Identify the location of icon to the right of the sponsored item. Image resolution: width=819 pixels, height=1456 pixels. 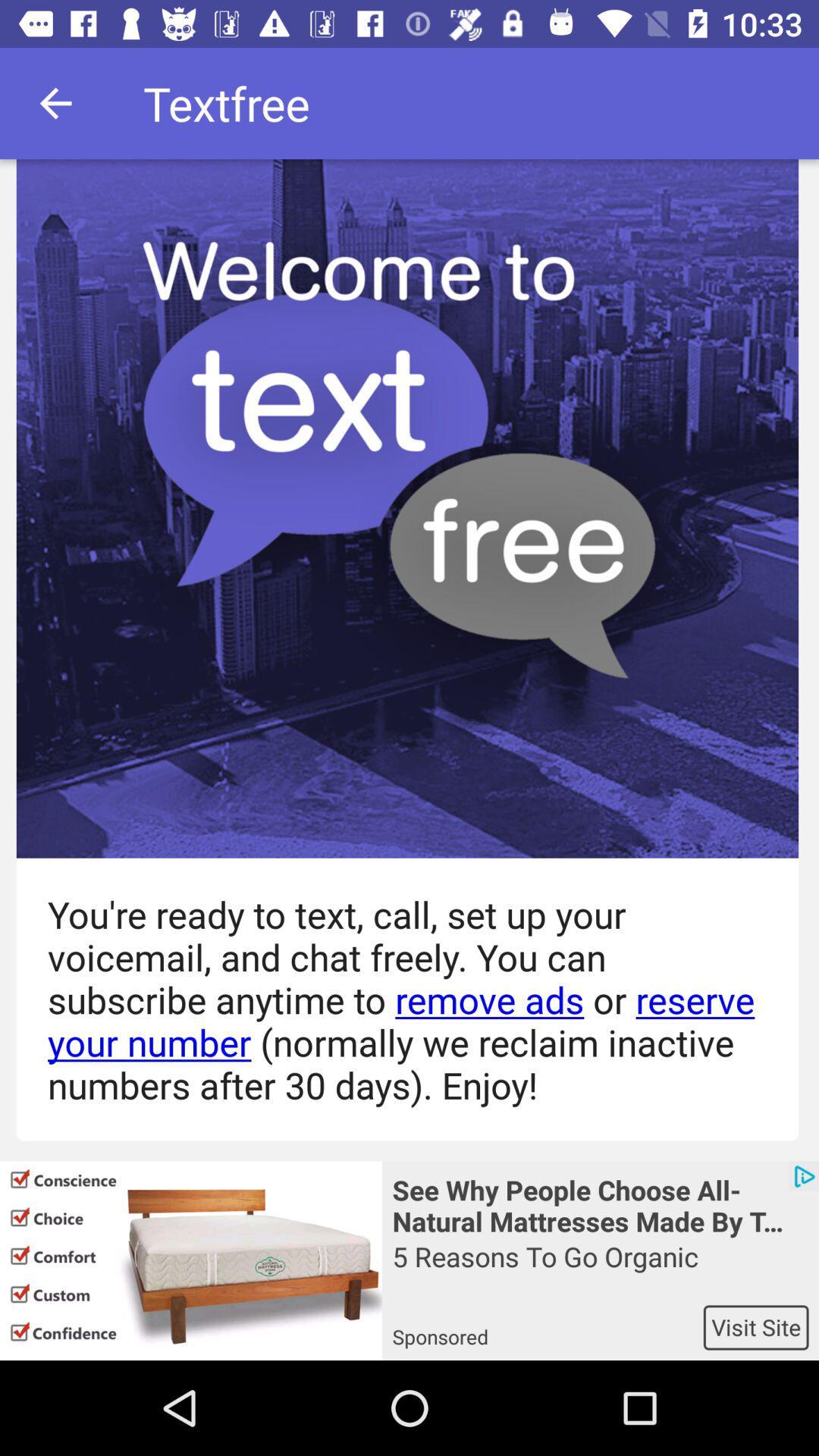
(756, 1326).